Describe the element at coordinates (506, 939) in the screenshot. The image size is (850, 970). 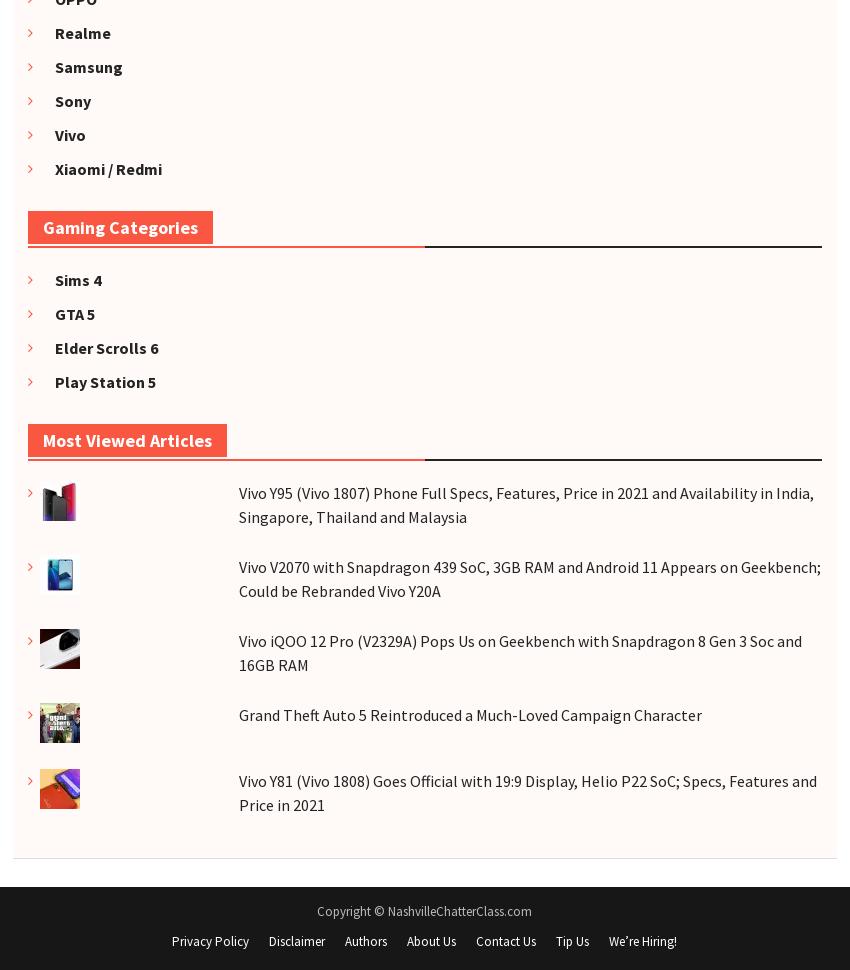
I see `'Contact Us'` at that location.